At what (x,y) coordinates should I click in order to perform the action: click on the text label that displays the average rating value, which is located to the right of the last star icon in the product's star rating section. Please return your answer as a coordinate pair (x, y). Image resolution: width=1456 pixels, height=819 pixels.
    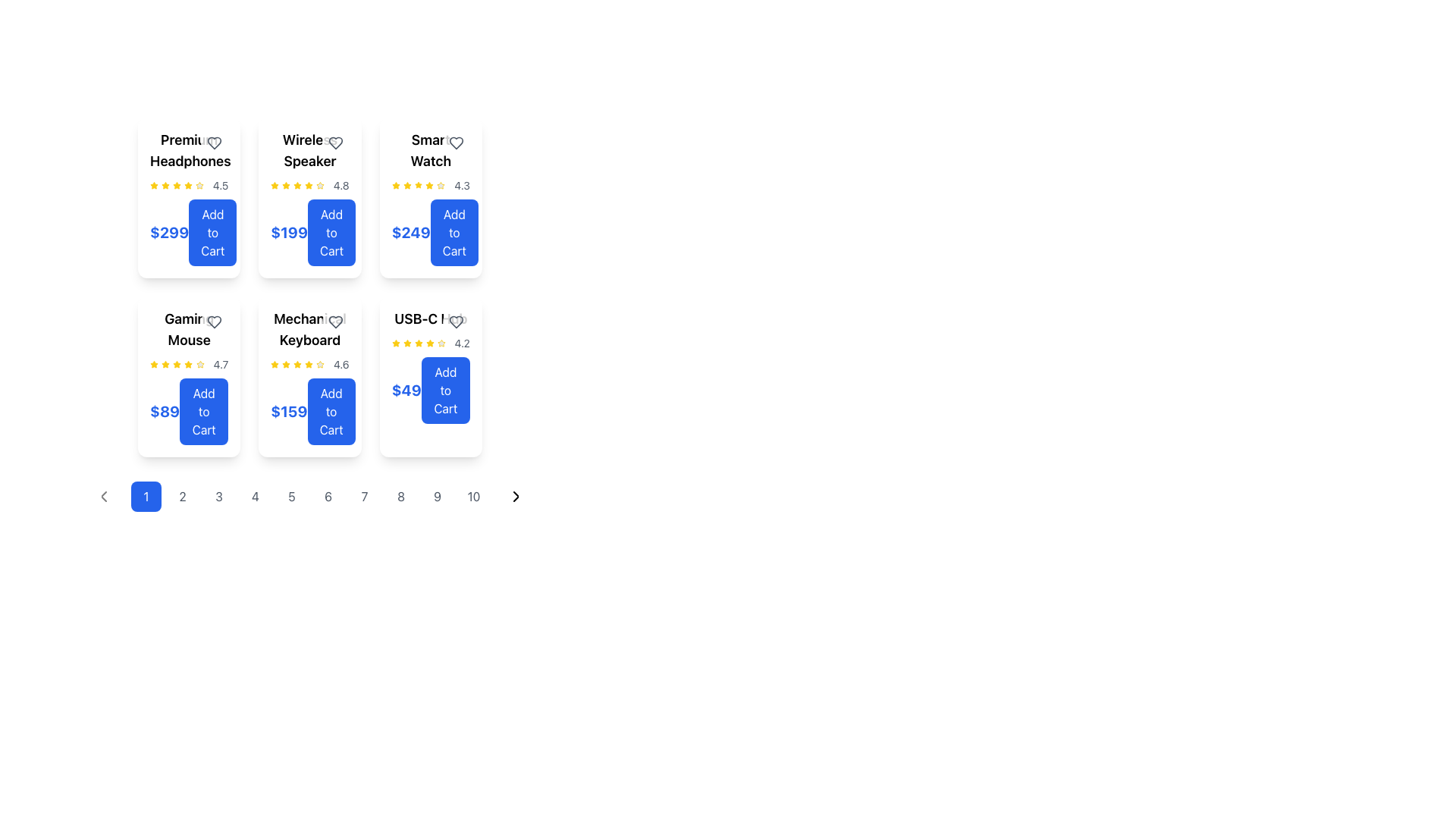
    Looking at the image, I should click on (461, 343).